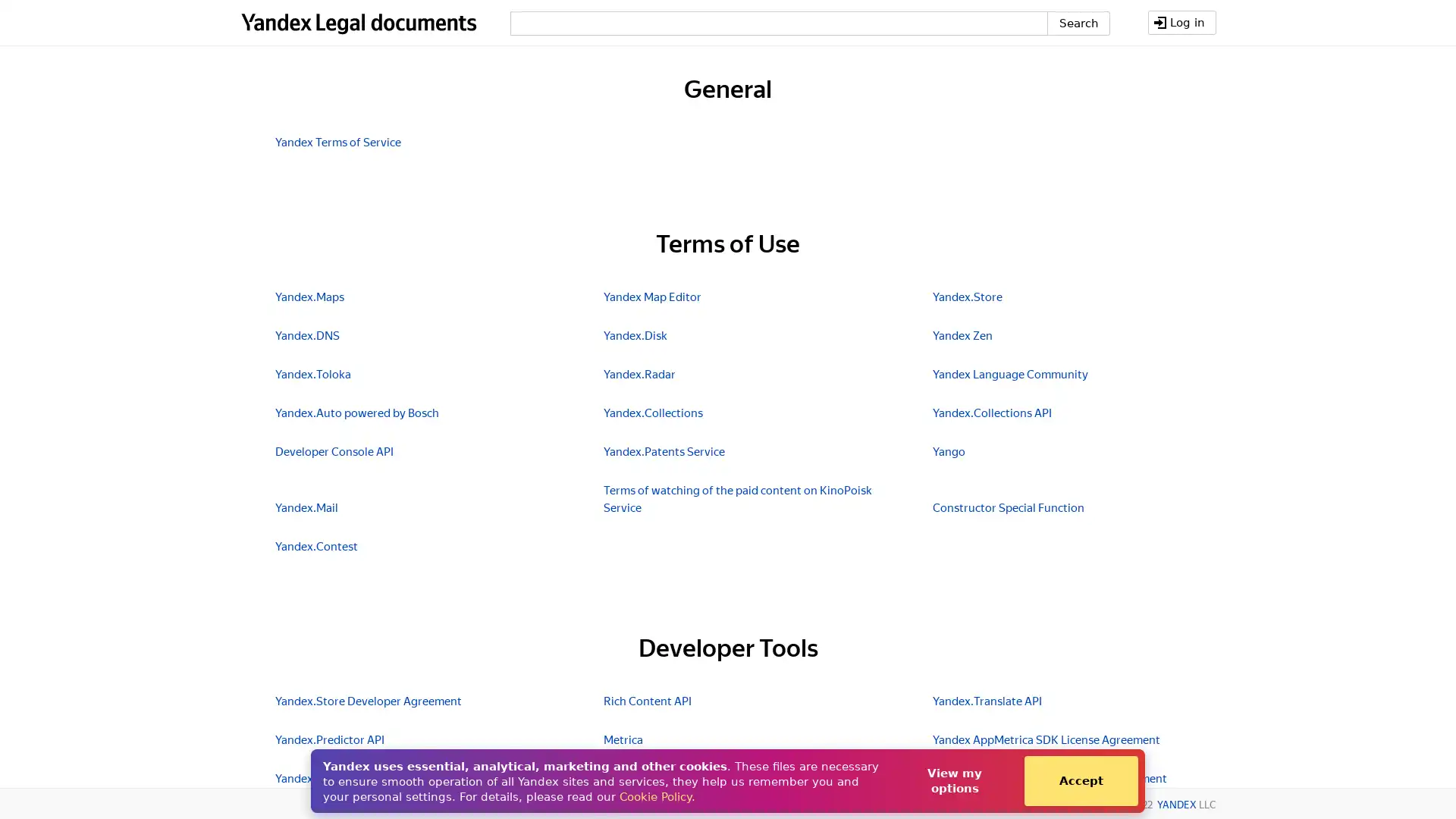 This screenshot has height=819, width=1456. I want to click on View my options, so click(953, 780).